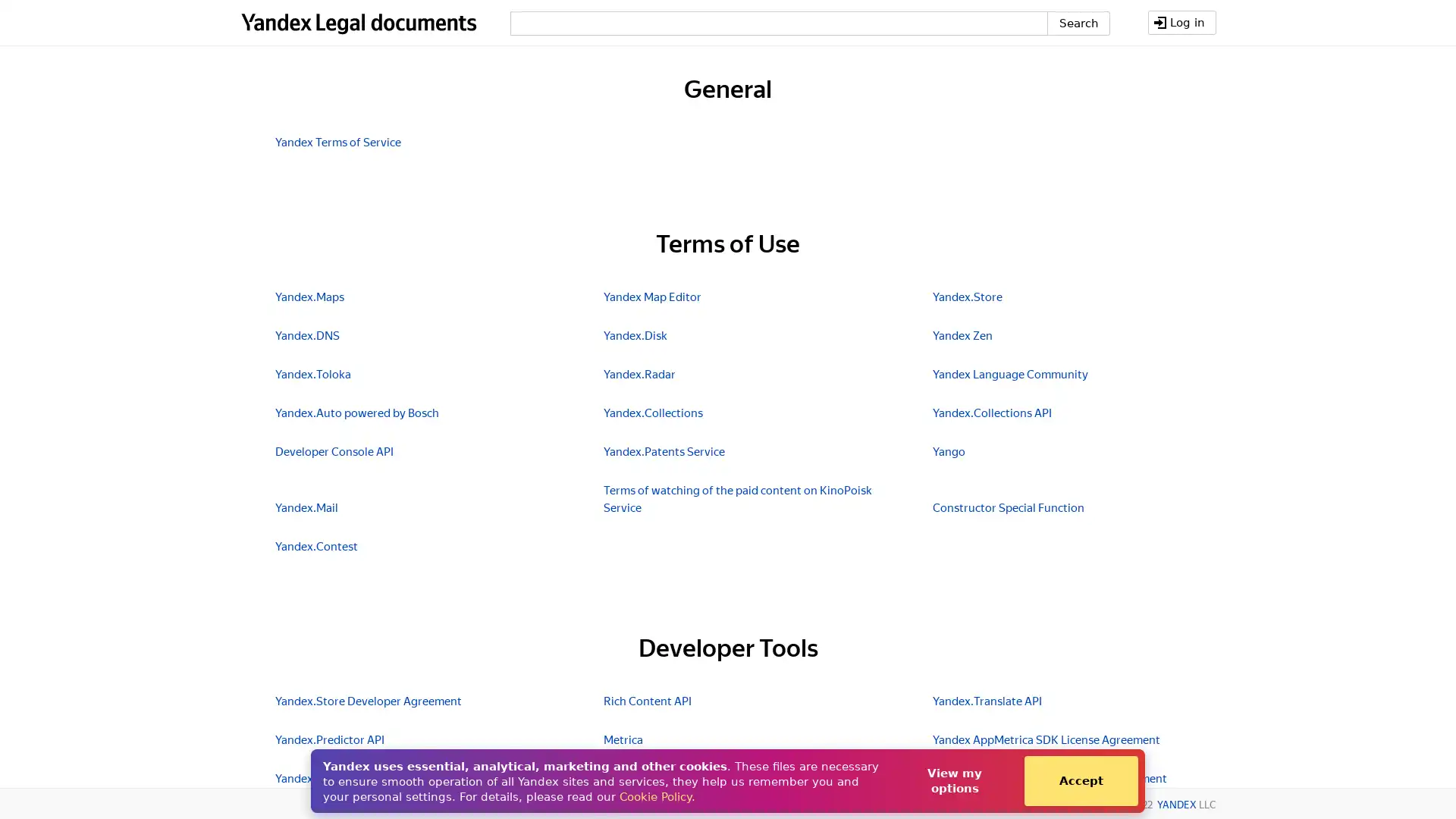 This screenshot has height=819, width=1456. I want to click on View my options, so click(953, 780).